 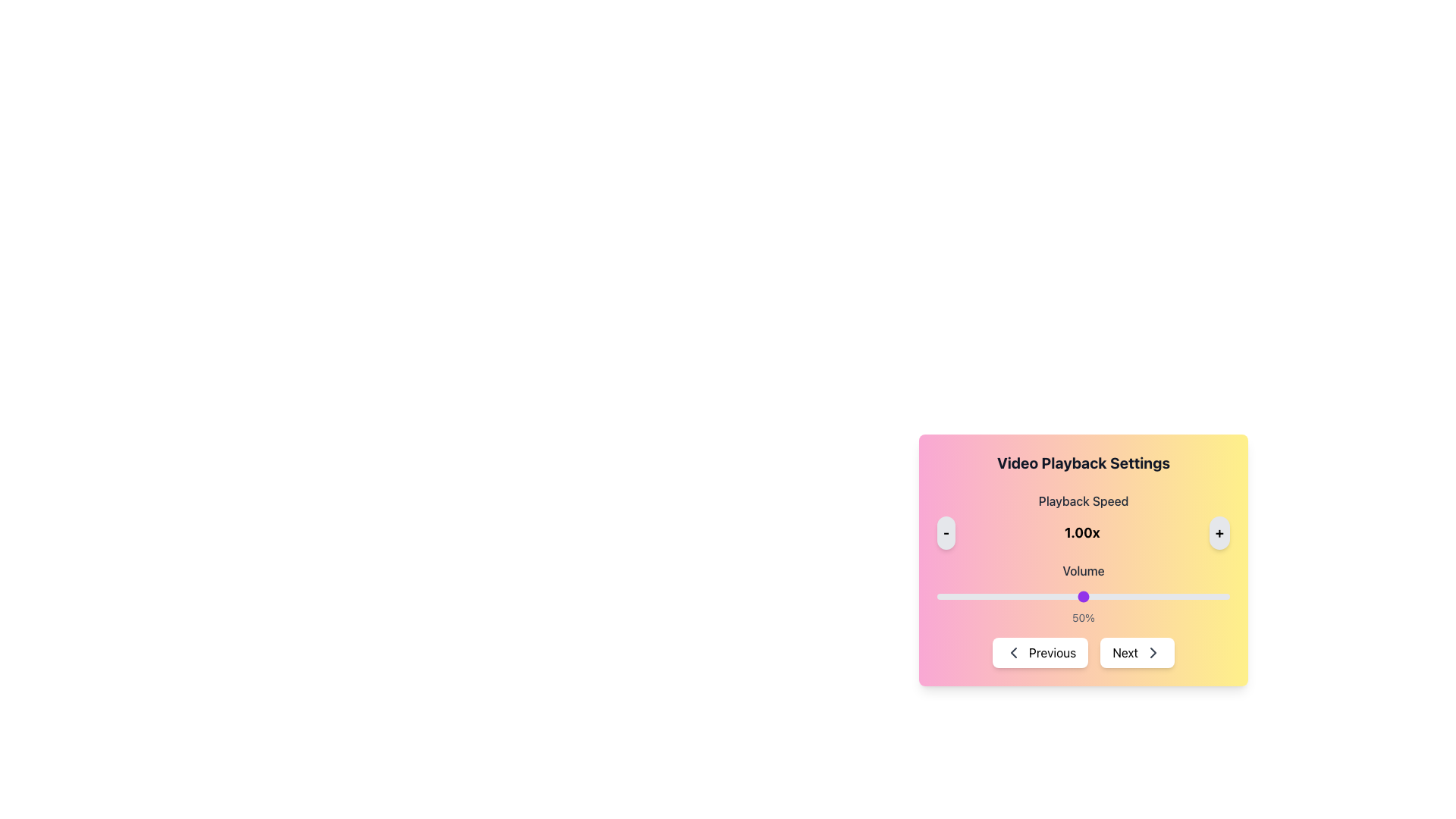 What do you see at coordinates (1081, 532) in the screenshot?
I see `the static text label that indicates the current playback speed of a video, located centrally in the 'Playback Speed' section of the 'Video Playback Settings' dialog box` at bounding box center [1081, 532].